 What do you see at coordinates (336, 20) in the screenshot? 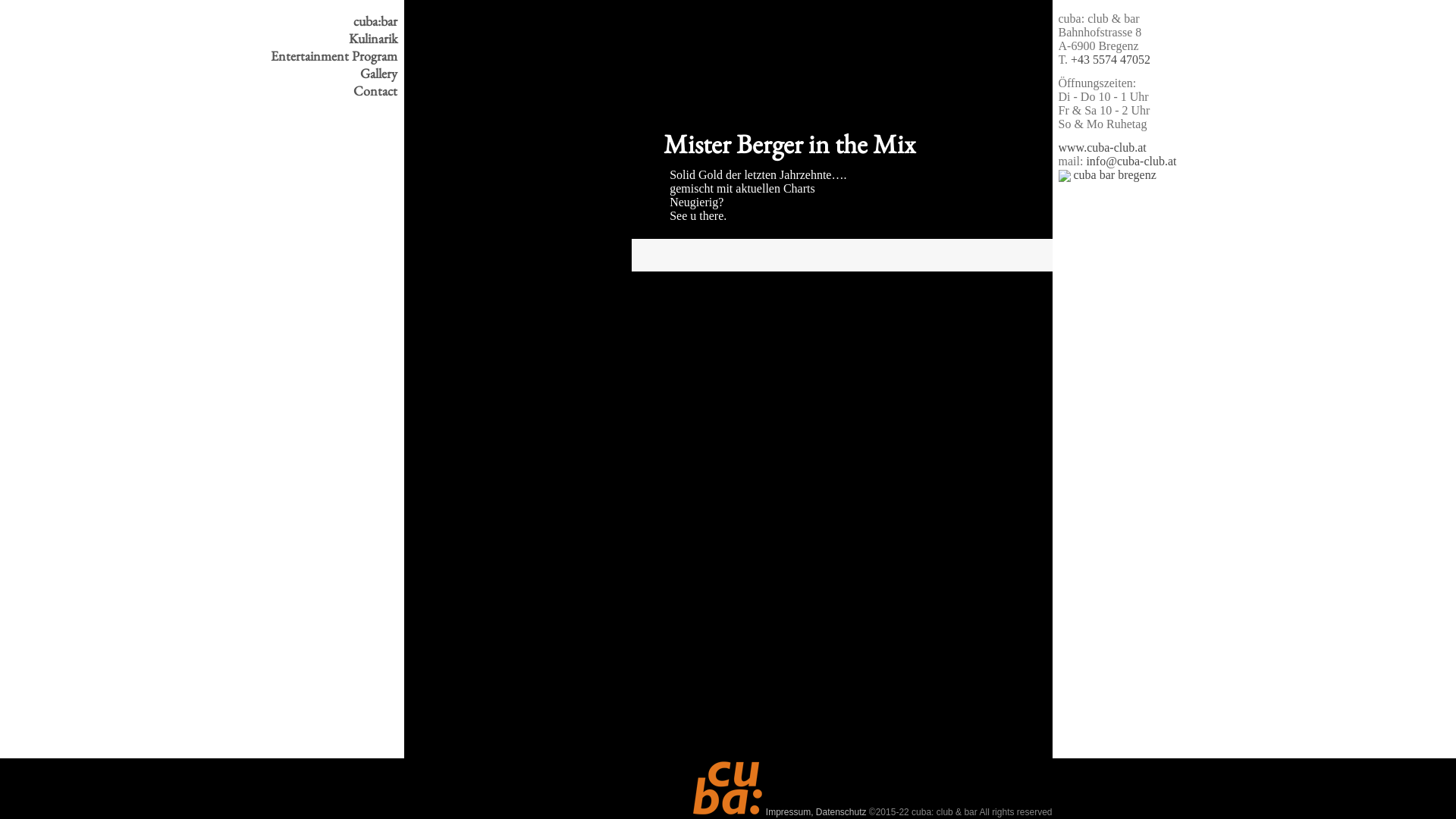
I see `'cuba:bar'` at bounding box center [336, 20].